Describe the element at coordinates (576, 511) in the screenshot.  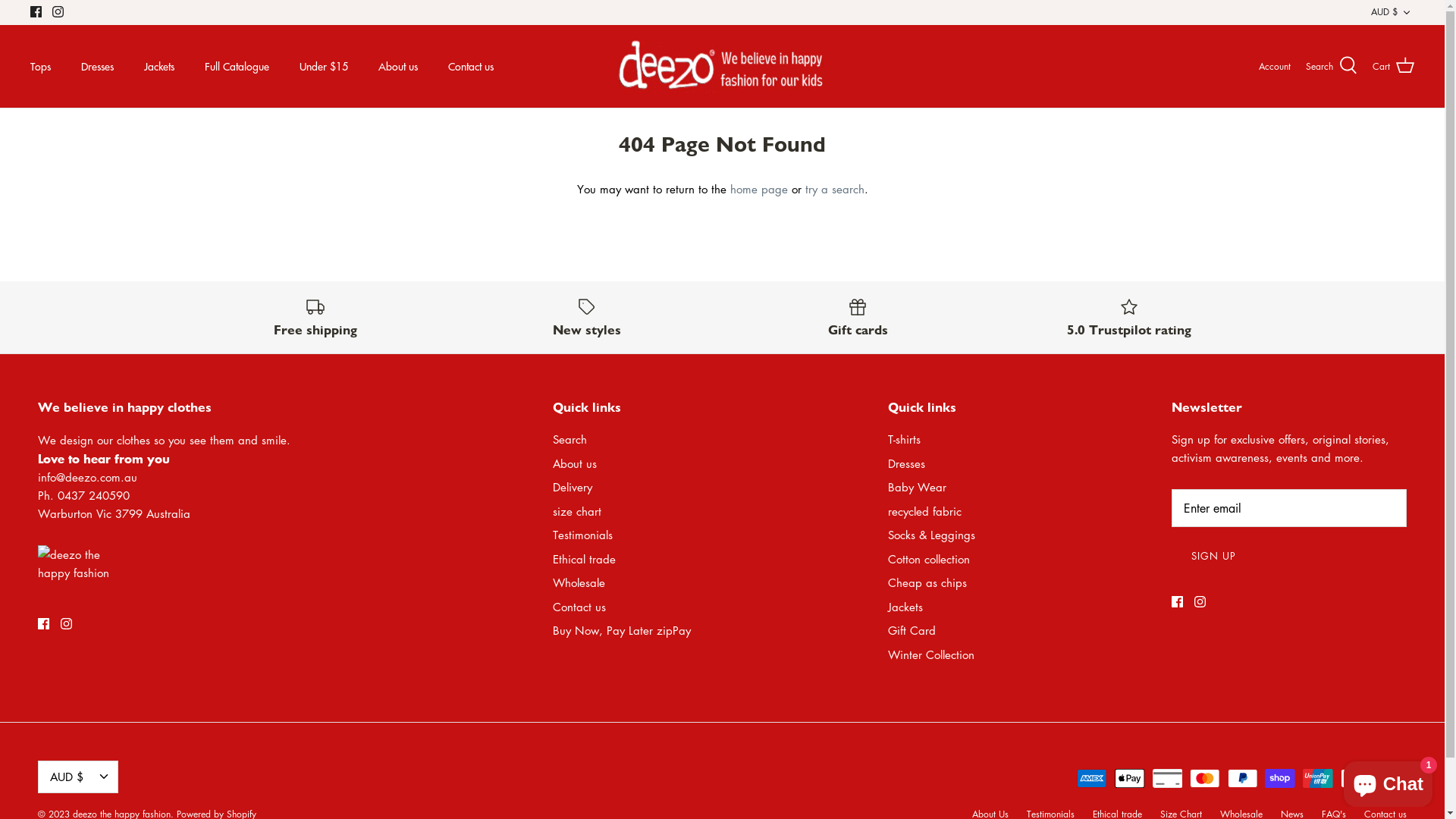
I see `'size chart'` at that location.